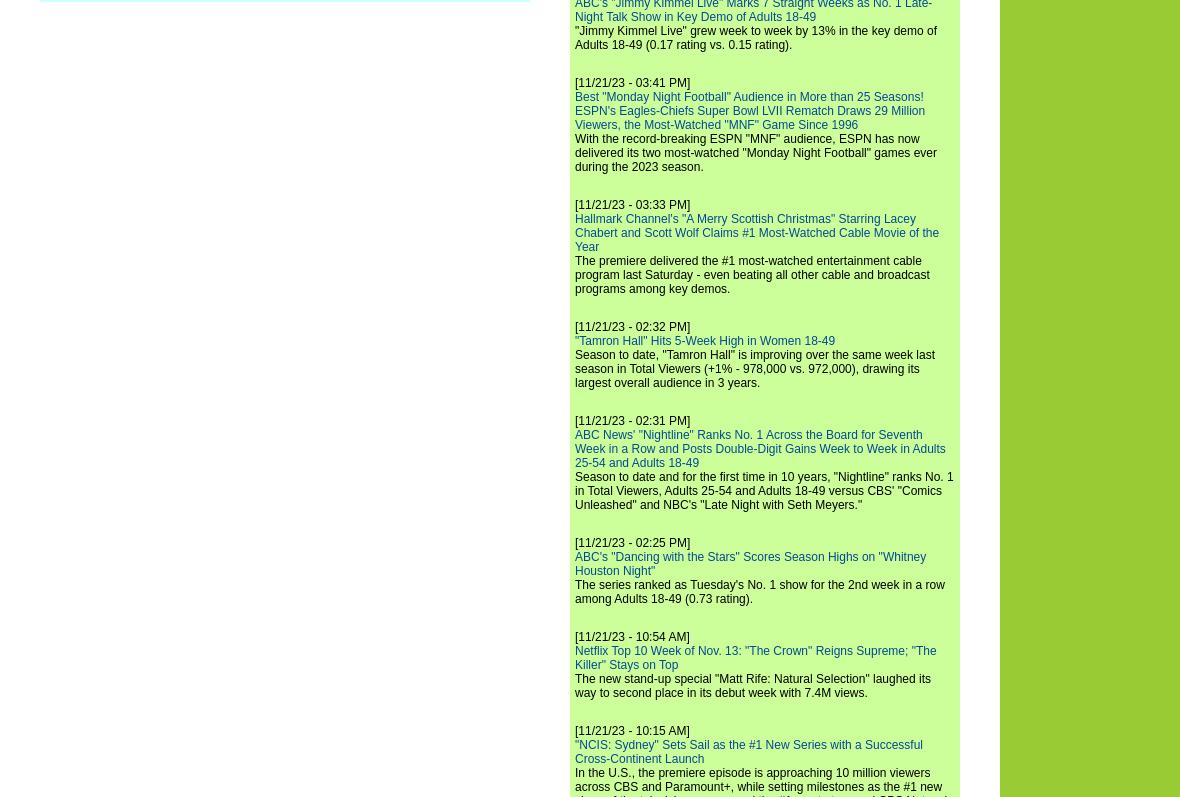 The height and width of the screenshot is (797, 1180). I want to click on 'Season to date and for the first time in 10 years, "Nightline" ranks No. 1 in Total Viewers, Adults 25-54 and Adults 18-49 versus CBS' "Comics Unleashed" and NBC's "Late Night with Seth Meyers."', so click(575, 490).